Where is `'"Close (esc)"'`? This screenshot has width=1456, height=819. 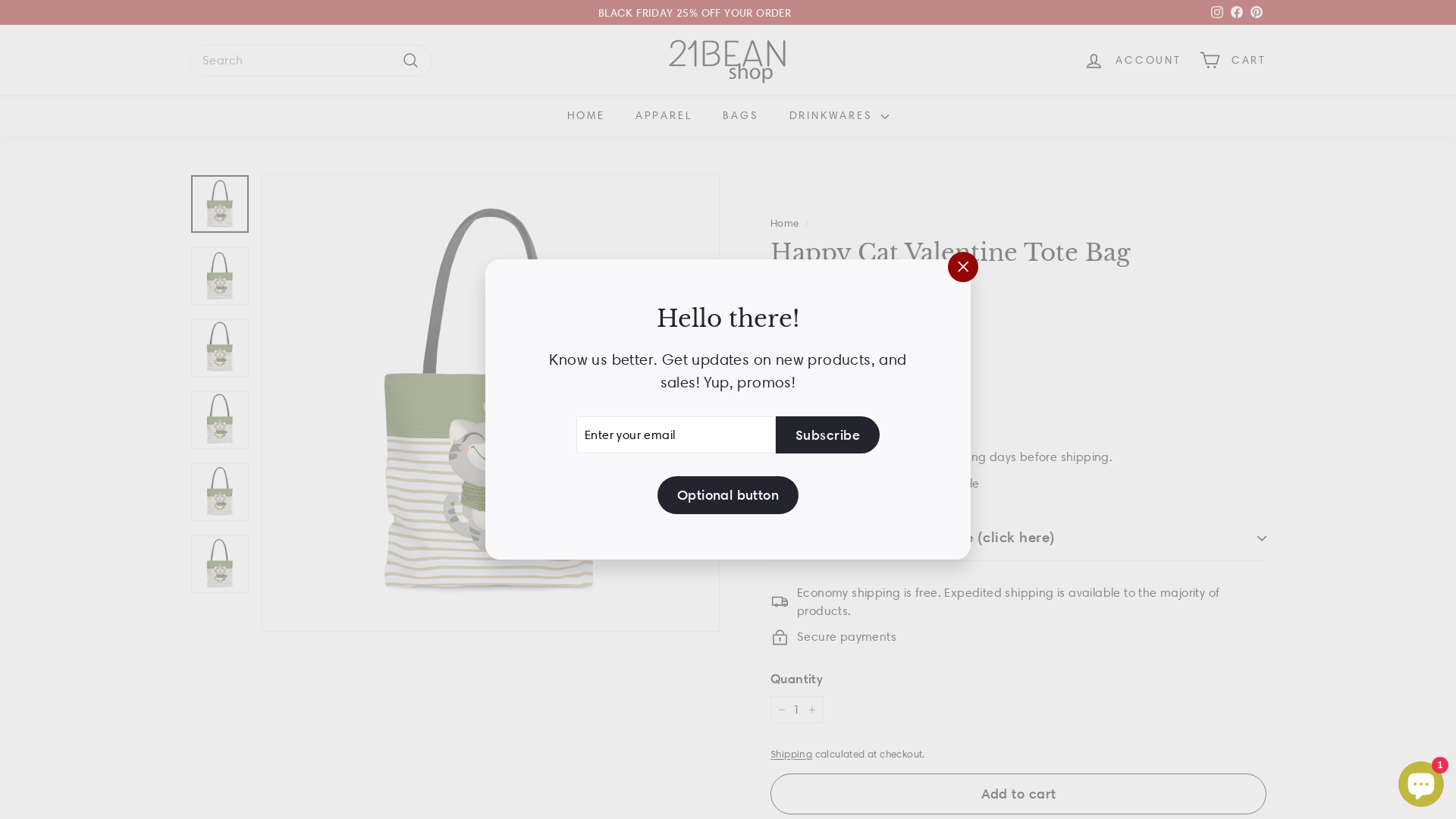
'"Close (esc)"' is located at coordinates (962, 265).